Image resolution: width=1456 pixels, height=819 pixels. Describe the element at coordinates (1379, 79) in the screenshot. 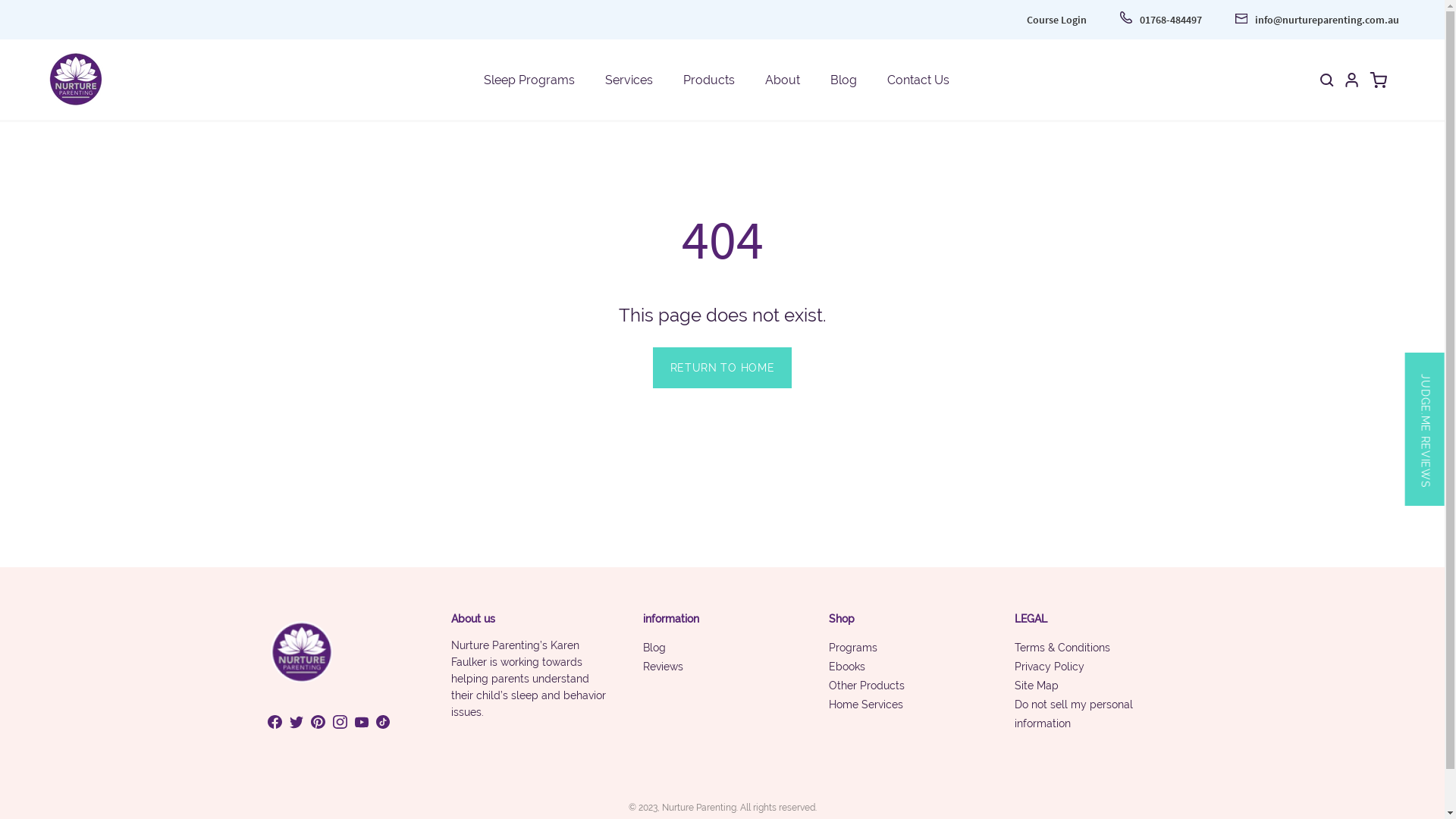

I see `'Open cart'` at that location.